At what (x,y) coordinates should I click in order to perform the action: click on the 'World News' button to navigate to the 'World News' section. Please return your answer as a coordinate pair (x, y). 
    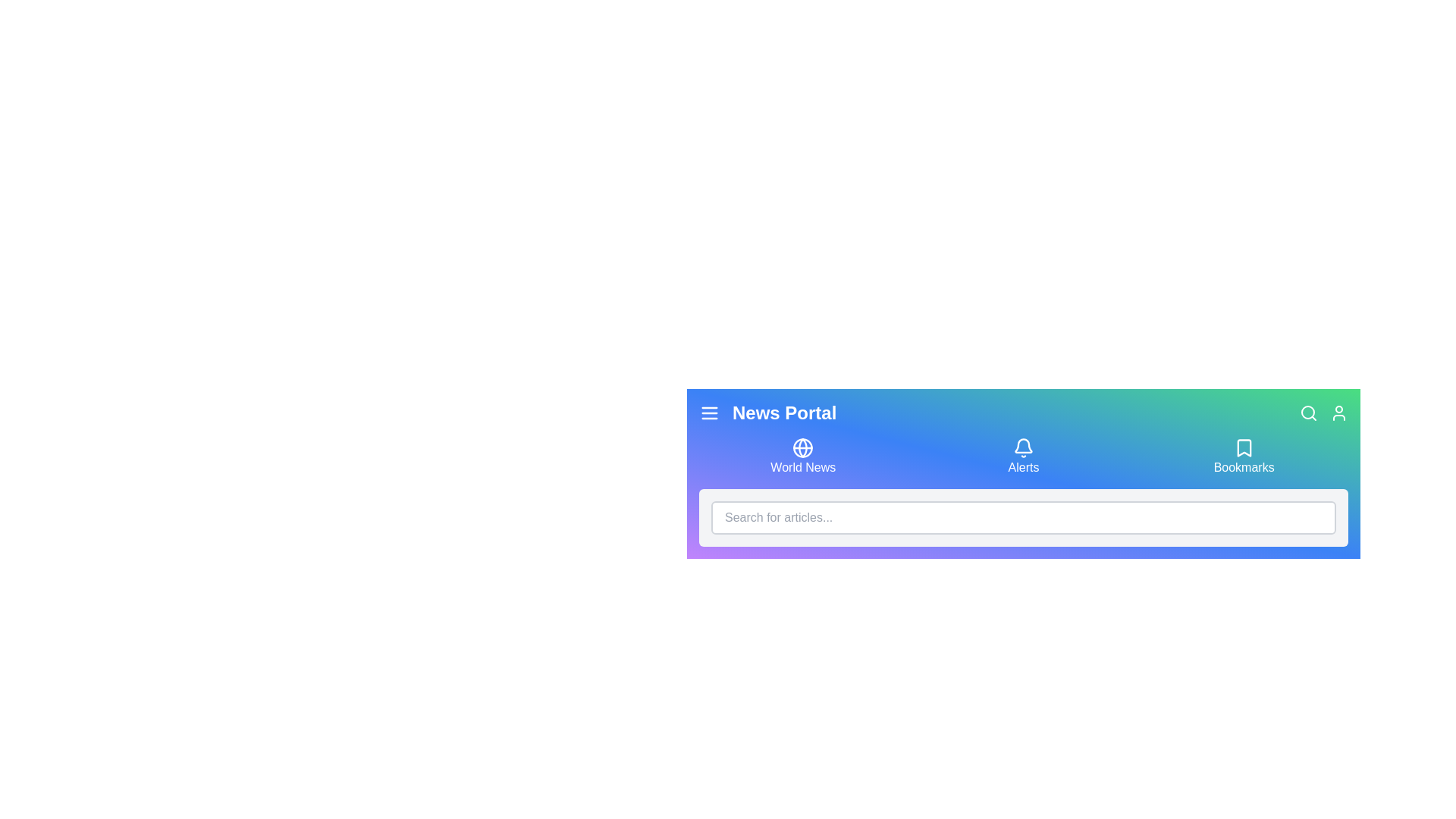
    Looking at the image, I should click on (802, 456).